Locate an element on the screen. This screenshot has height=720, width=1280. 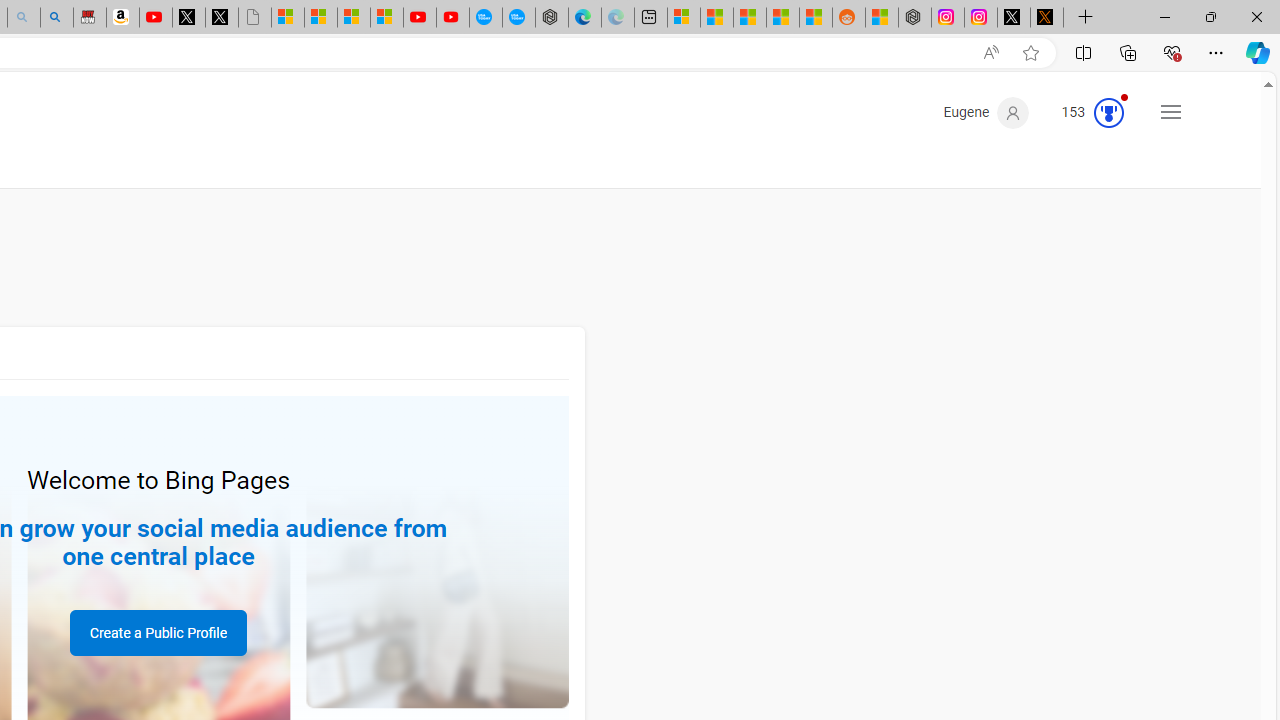
'YouTube Kids - An App Created for Kids to Explore Content' is located at coordinates (451, 17).